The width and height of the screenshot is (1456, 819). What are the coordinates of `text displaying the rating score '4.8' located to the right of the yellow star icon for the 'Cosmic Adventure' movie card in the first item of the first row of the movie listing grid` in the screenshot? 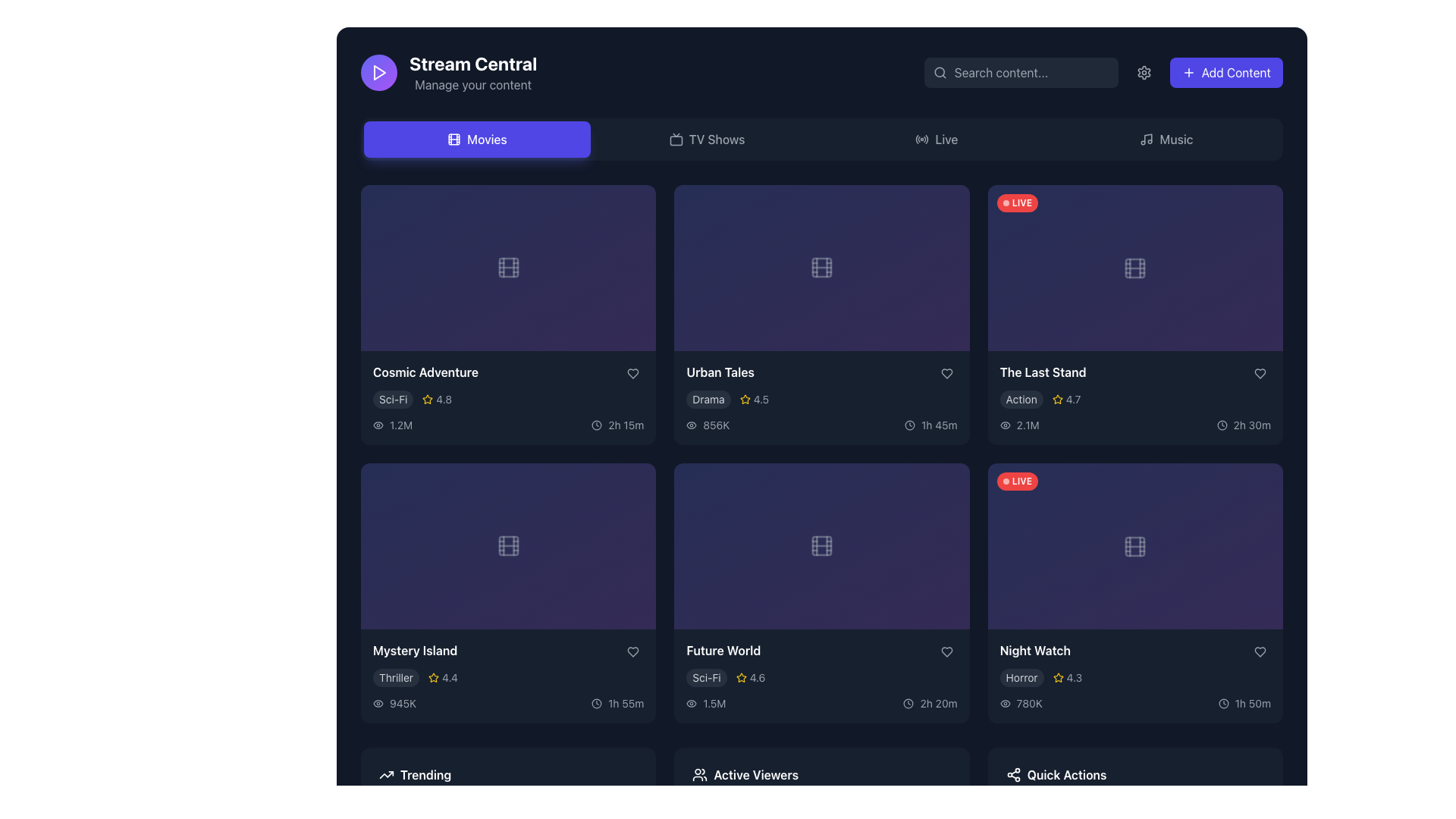 It's located at (443, 398).